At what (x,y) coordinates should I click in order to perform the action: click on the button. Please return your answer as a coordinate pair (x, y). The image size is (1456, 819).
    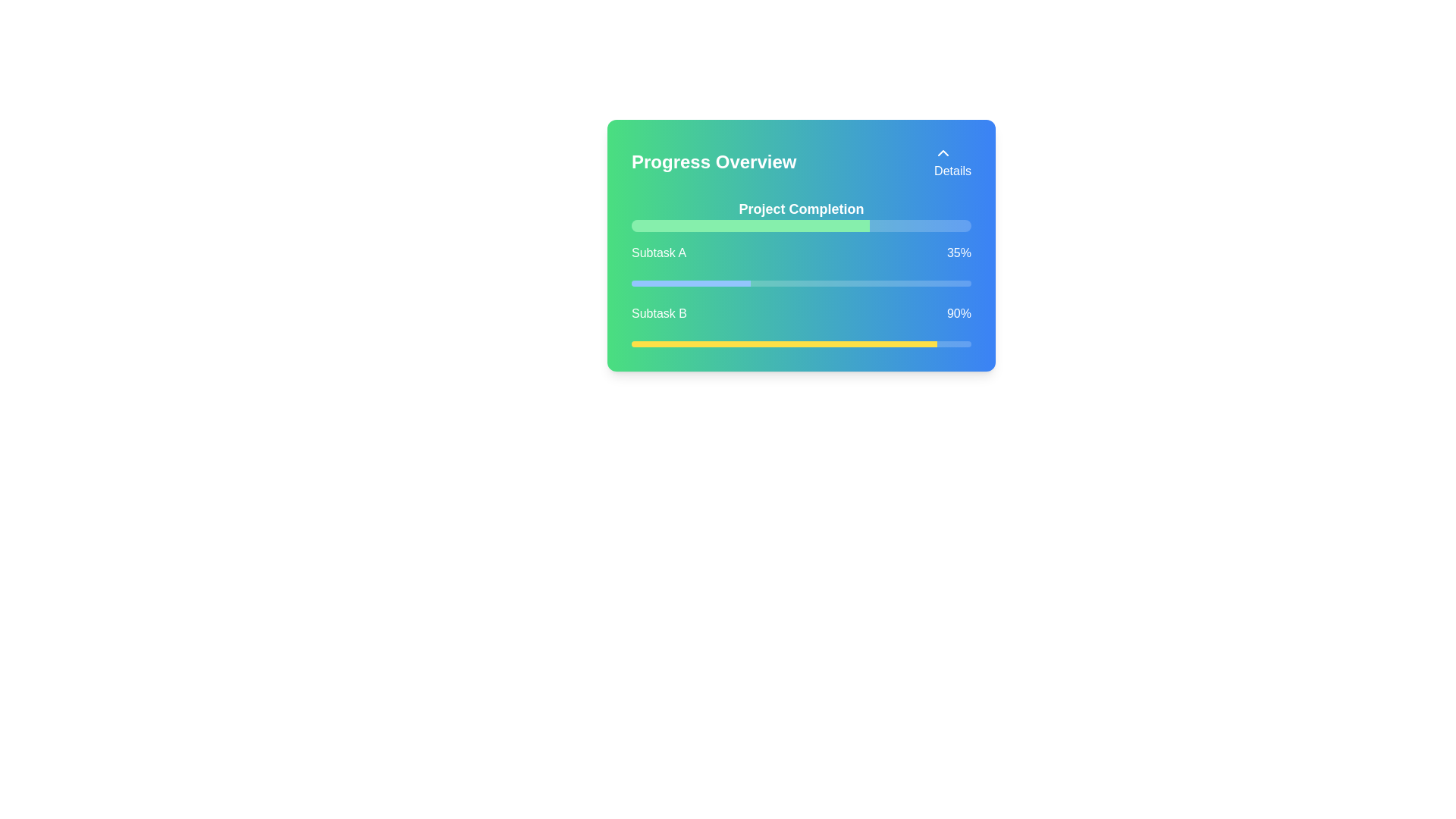
    Looking at the image, I should click on (952, 162).